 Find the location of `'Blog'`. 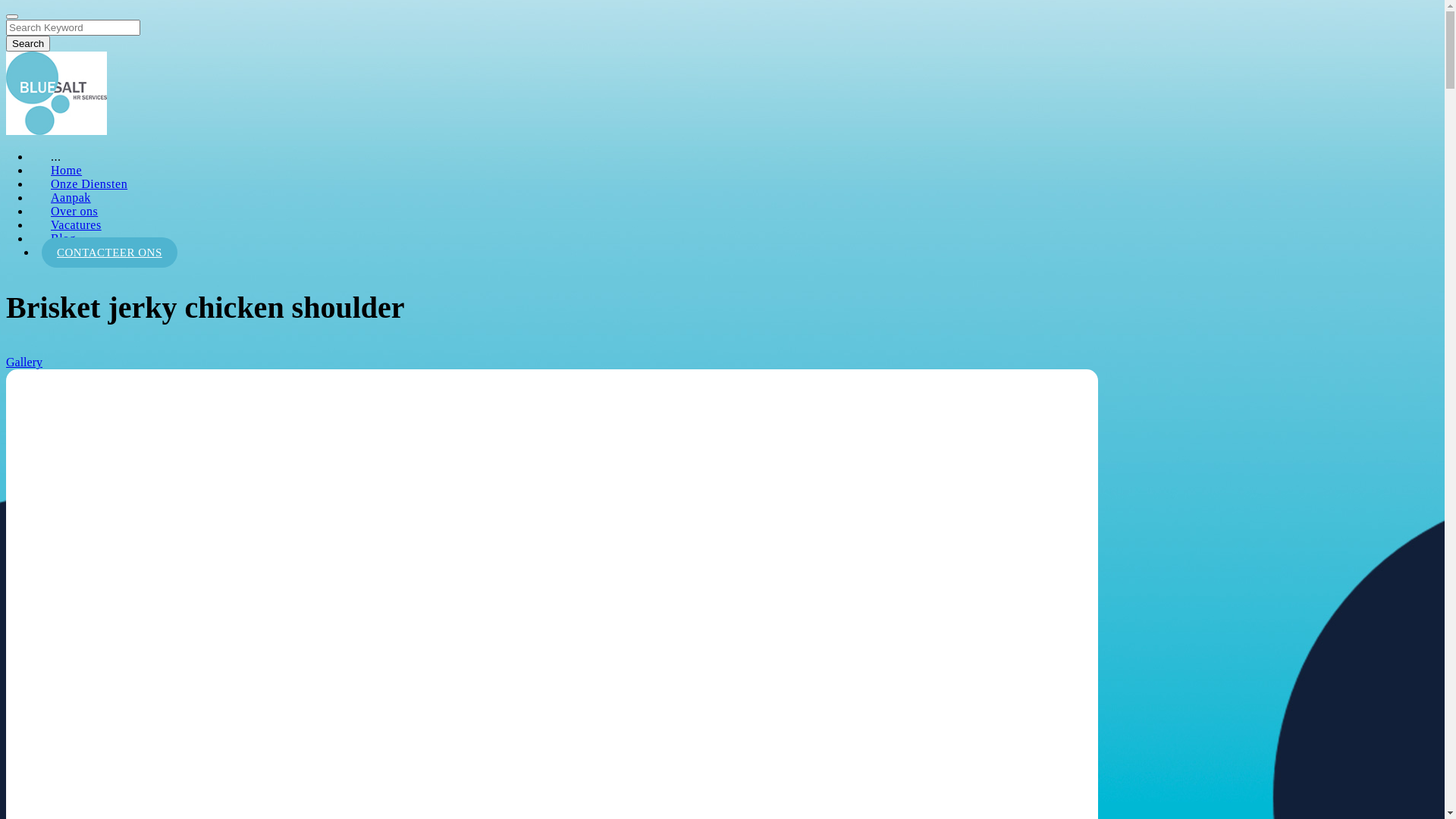

'Blog' is located at coordinates (62, 238).